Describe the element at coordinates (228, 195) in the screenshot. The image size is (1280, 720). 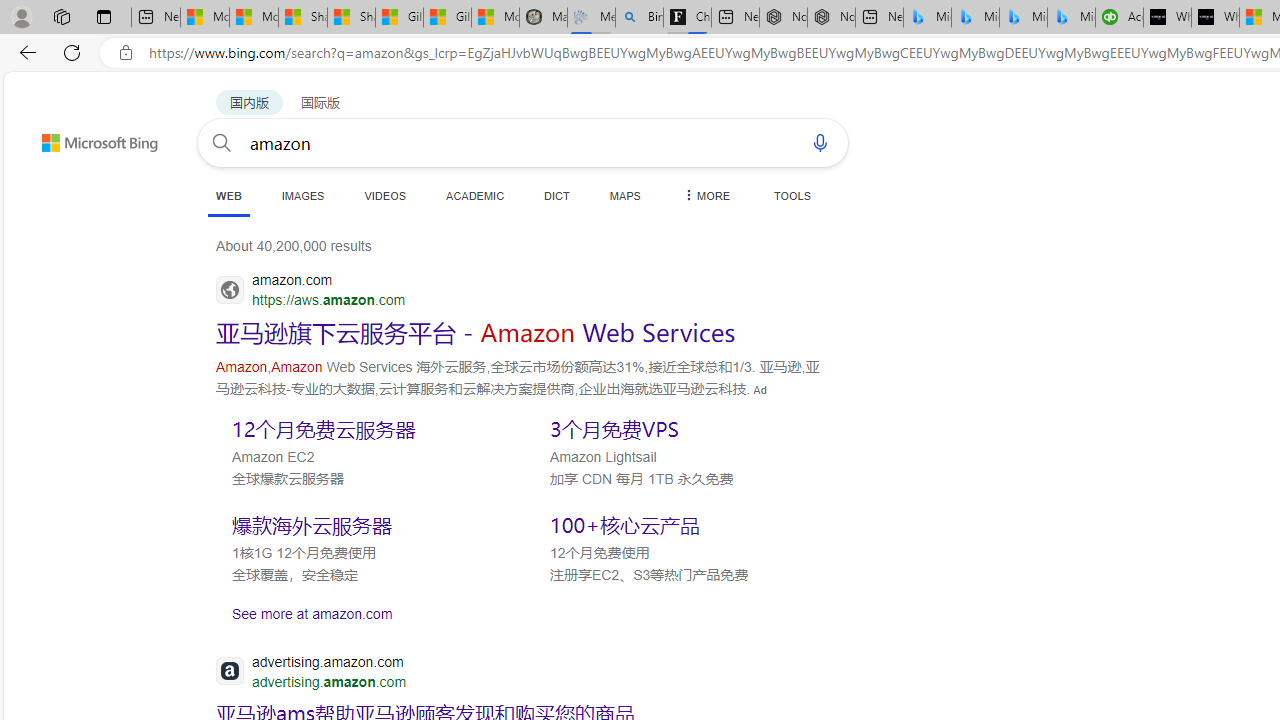
I see `'WEB'` at that location.